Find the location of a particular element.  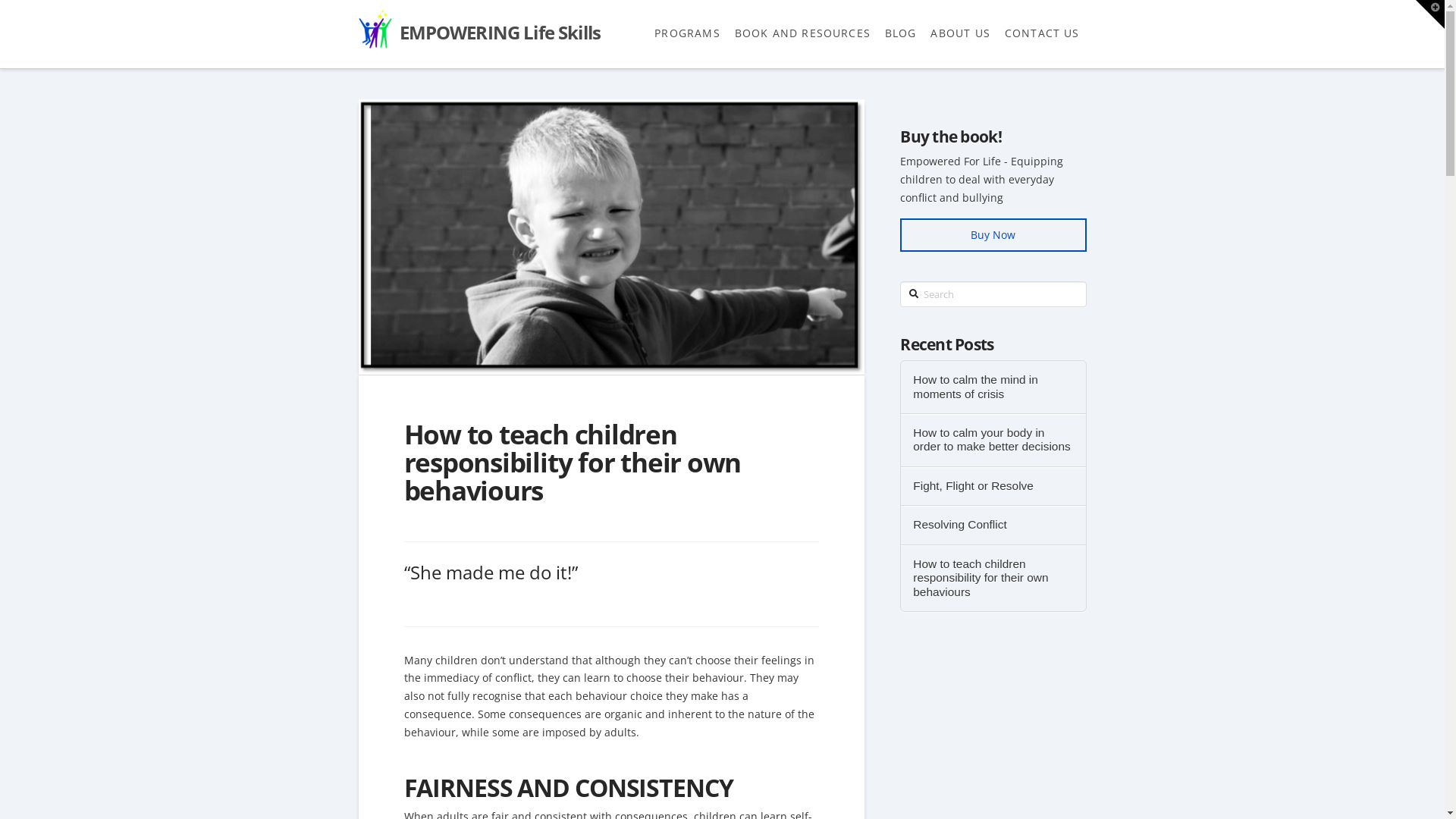

'How to calm the mind in moments of crisis' is located at coordinates (993, 386).